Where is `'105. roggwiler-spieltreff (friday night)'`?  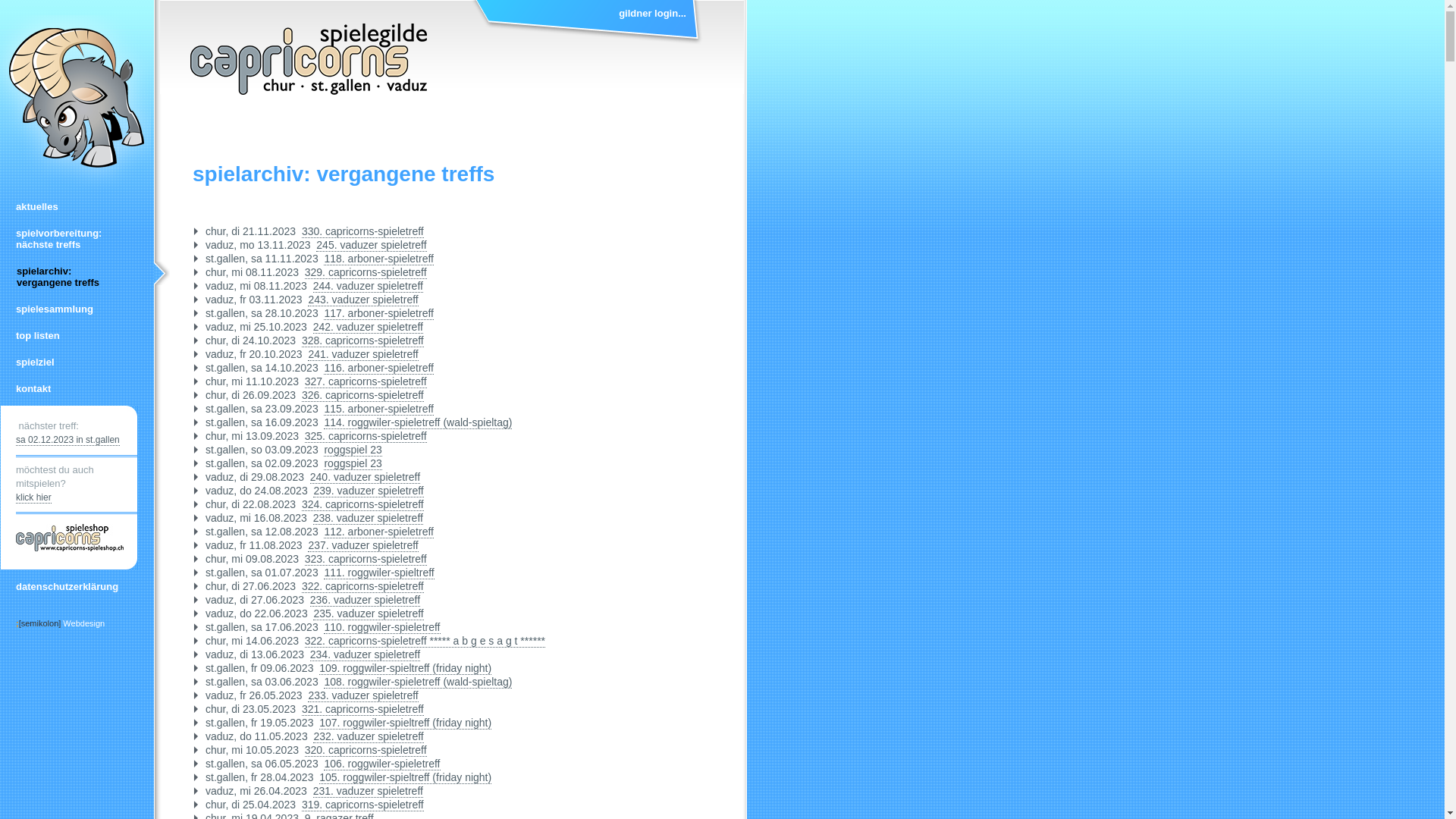 '105. roggwiler-spieltreff (friday night)' is located at coordinates (405, 777).